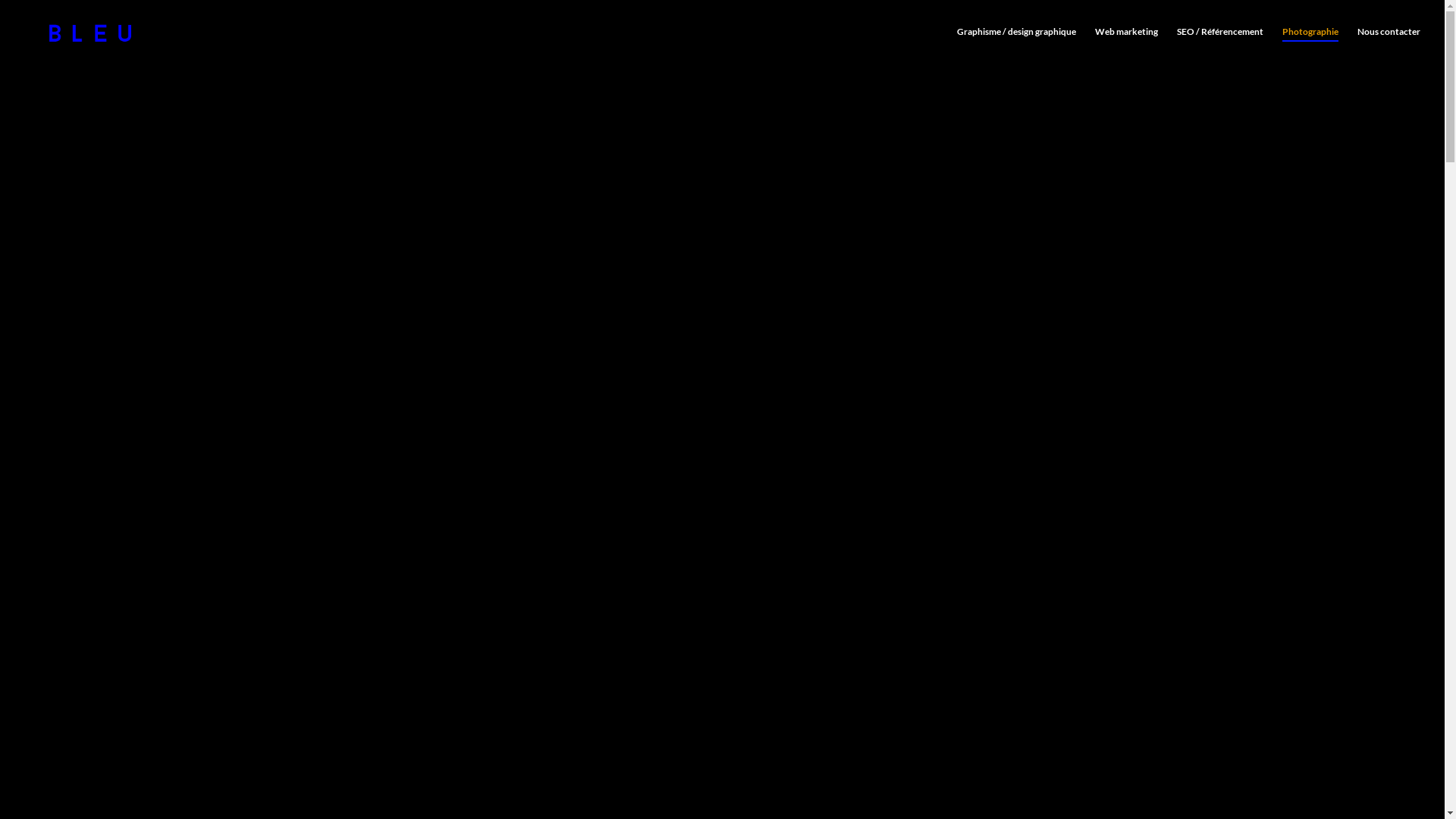 The width and height of the screenshot is (1456, 819). What do you see at coordinates (1126, 44) in the screenshot?
I see `'Web marketing'` at bounding box center [1126, 44].